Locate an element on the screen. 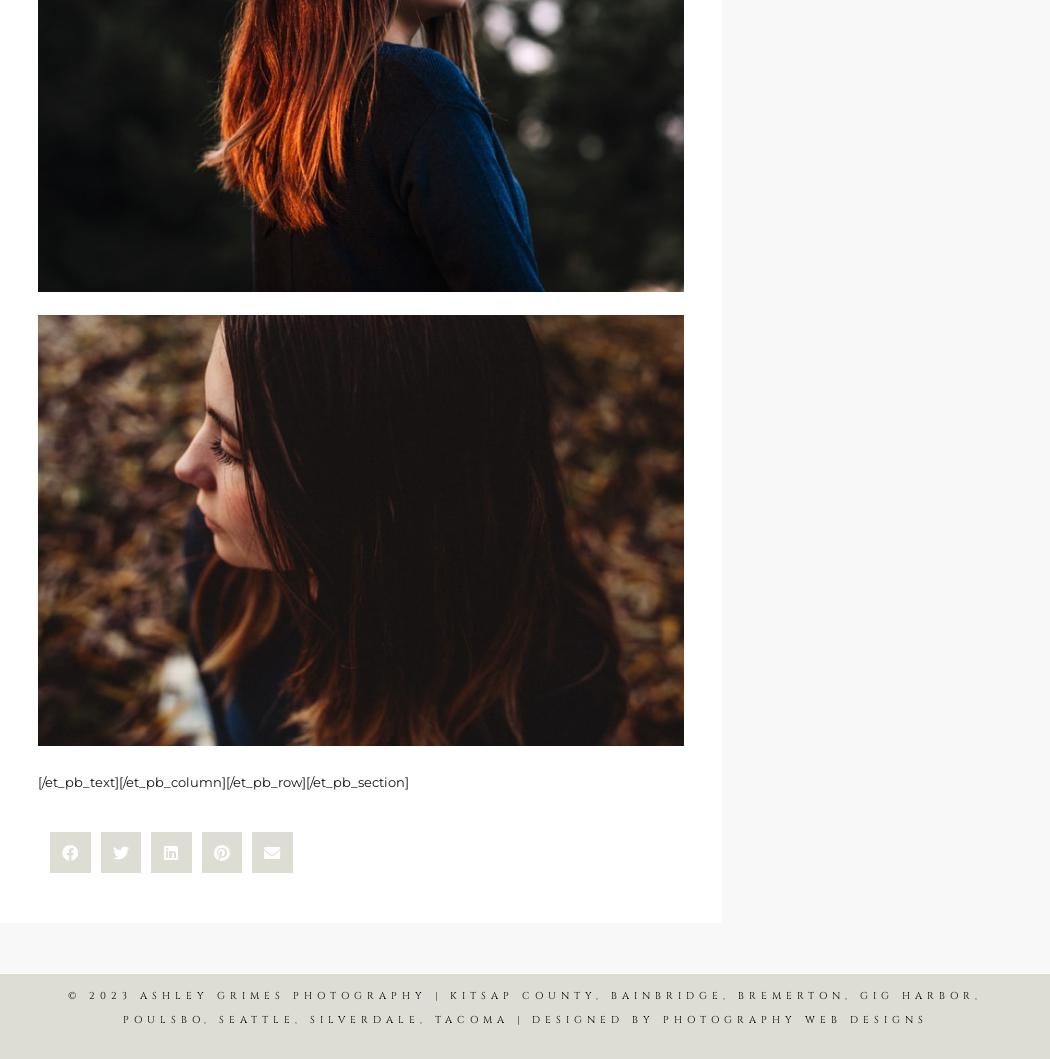 The height and width of the screenshot is (1059, 1050). 'TACOMA' is located at coordinates (471, 1017).